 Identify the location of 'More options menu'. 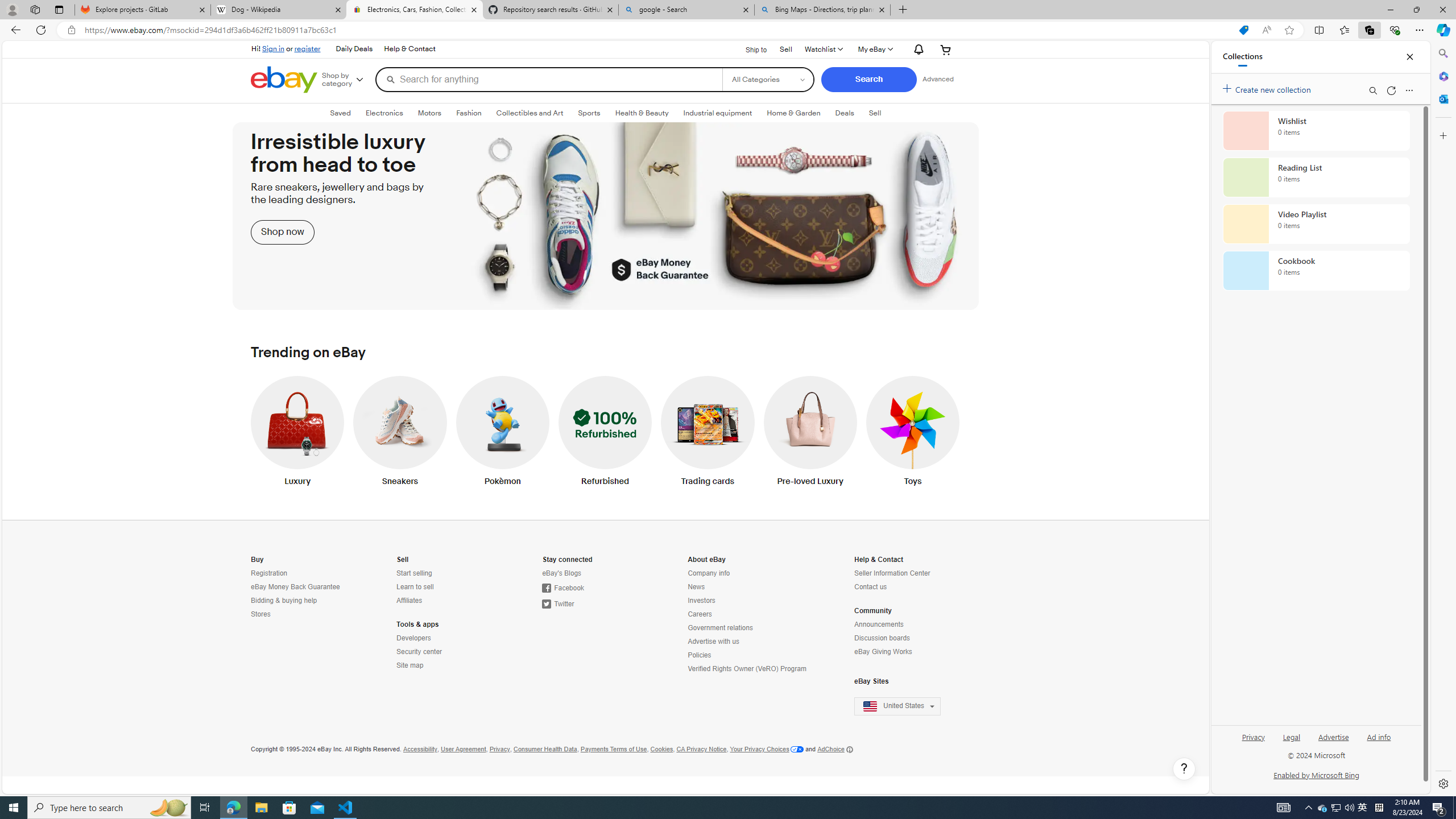
(1409, 90).